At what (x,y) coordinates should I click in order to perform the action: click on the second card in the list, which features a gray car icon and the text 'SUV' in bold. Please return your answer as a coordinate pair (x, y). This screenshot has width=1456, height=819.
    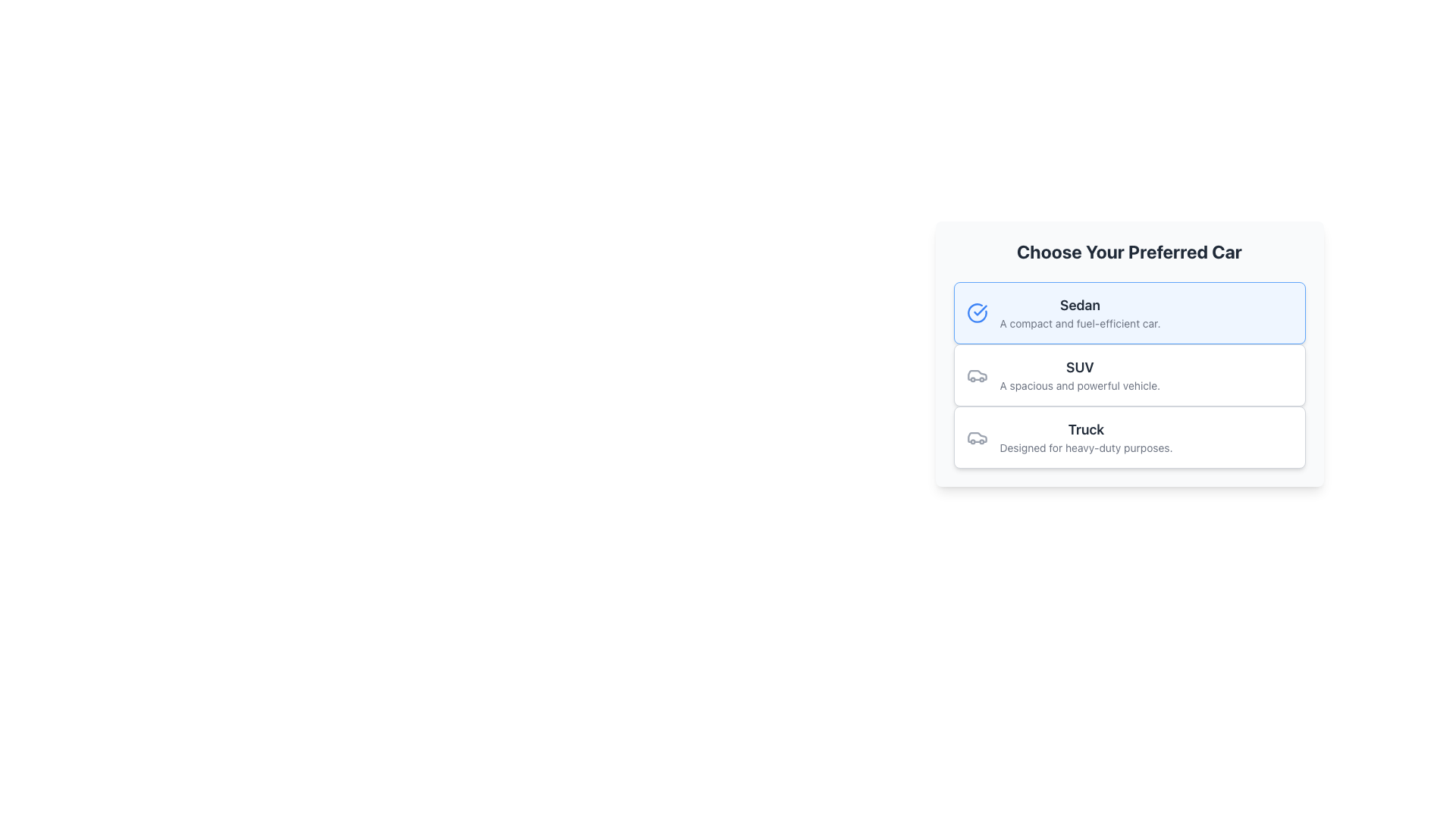
    Looking at the image, I should click on (1129, 375).